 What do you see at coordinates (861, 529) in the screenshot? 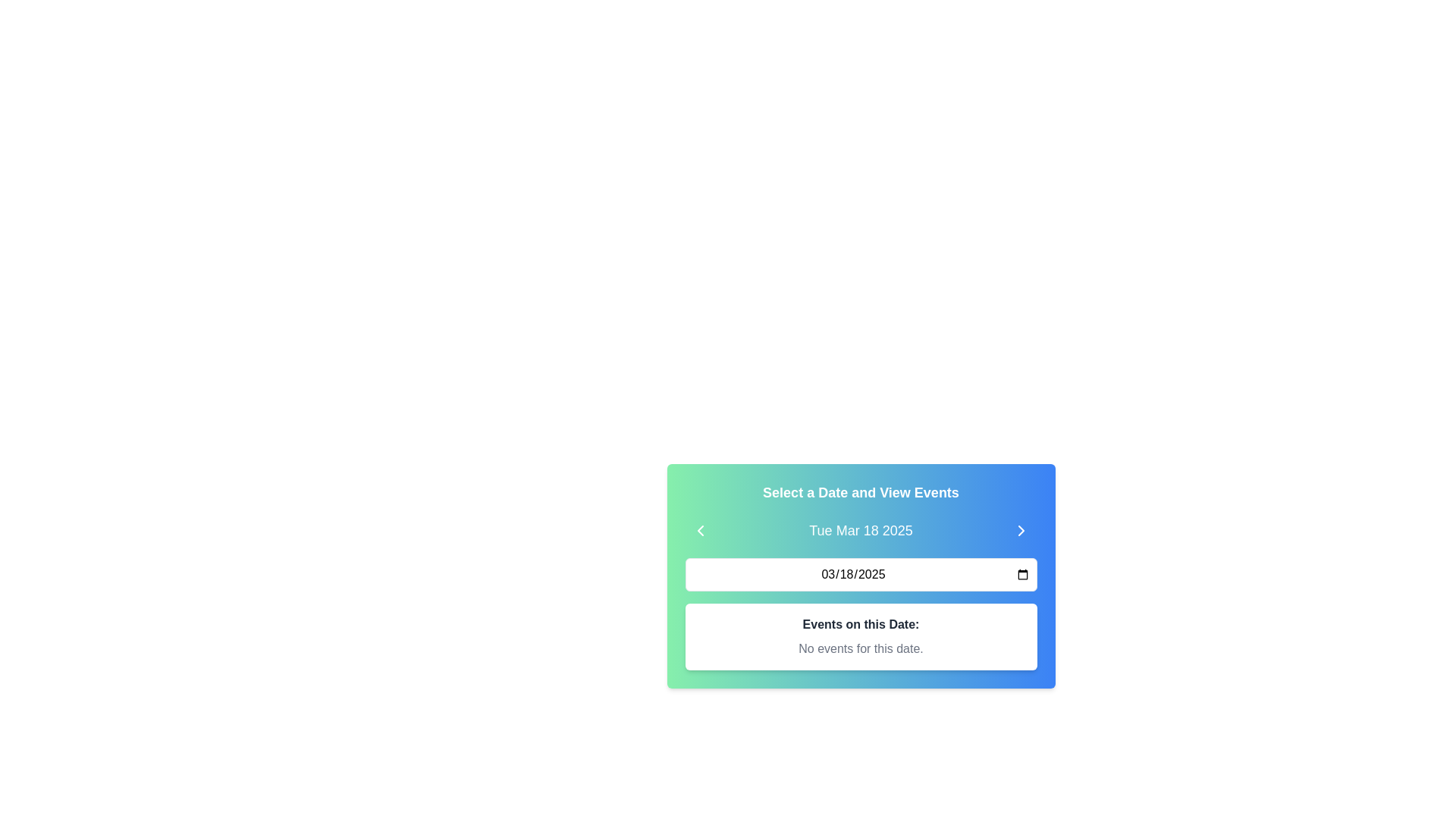
I see `the text label displaying the currently selected date, which is centrally aligned below the title 'Select a Date and View Events' and is part of the date navigation interface` at bounding box center [861, 529].